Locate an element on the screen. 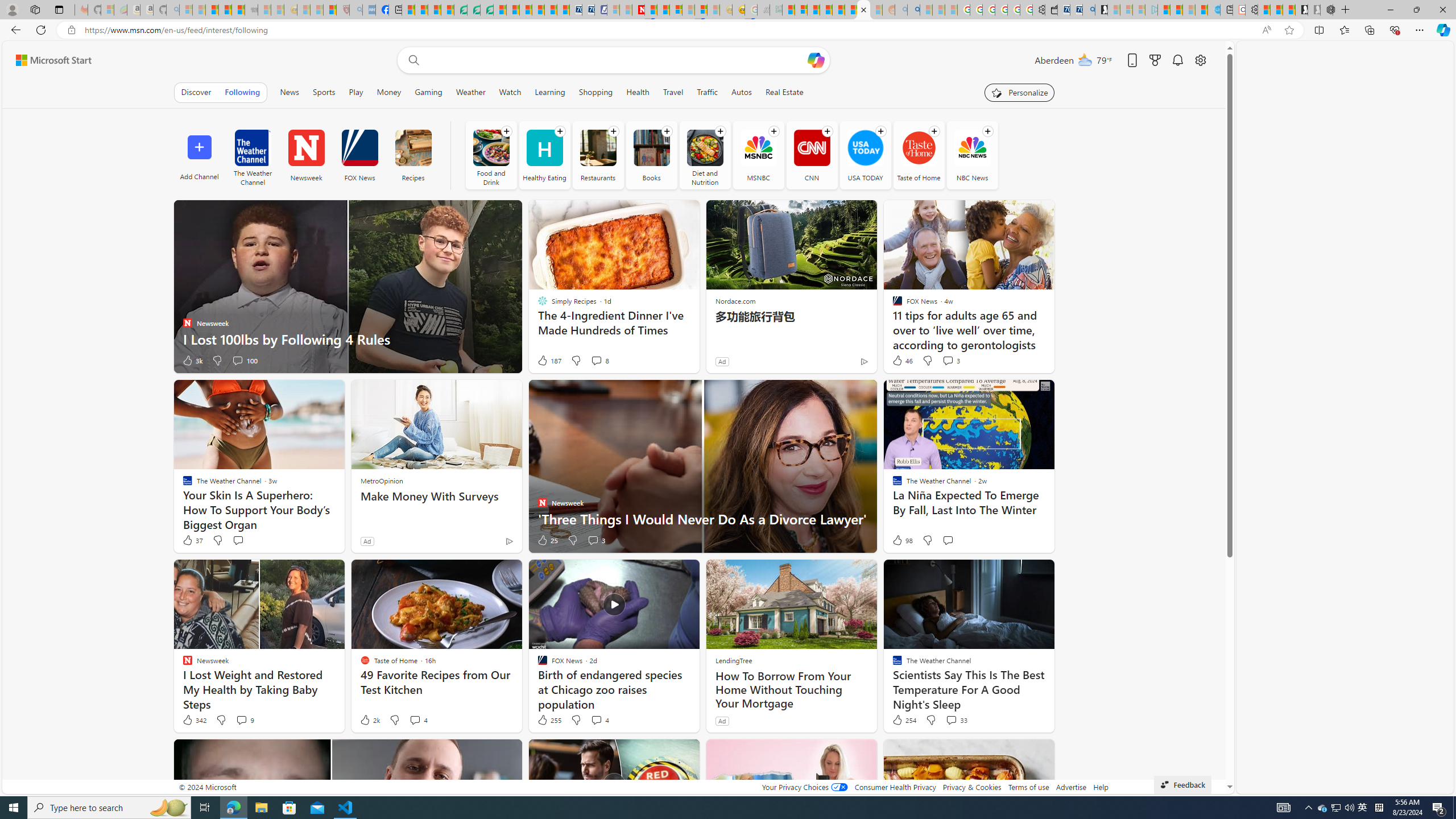 Image resolution: width=1456 pixels, height=819 pixels. 'Diet and Nutrition' is located at coordinates (705, 147).